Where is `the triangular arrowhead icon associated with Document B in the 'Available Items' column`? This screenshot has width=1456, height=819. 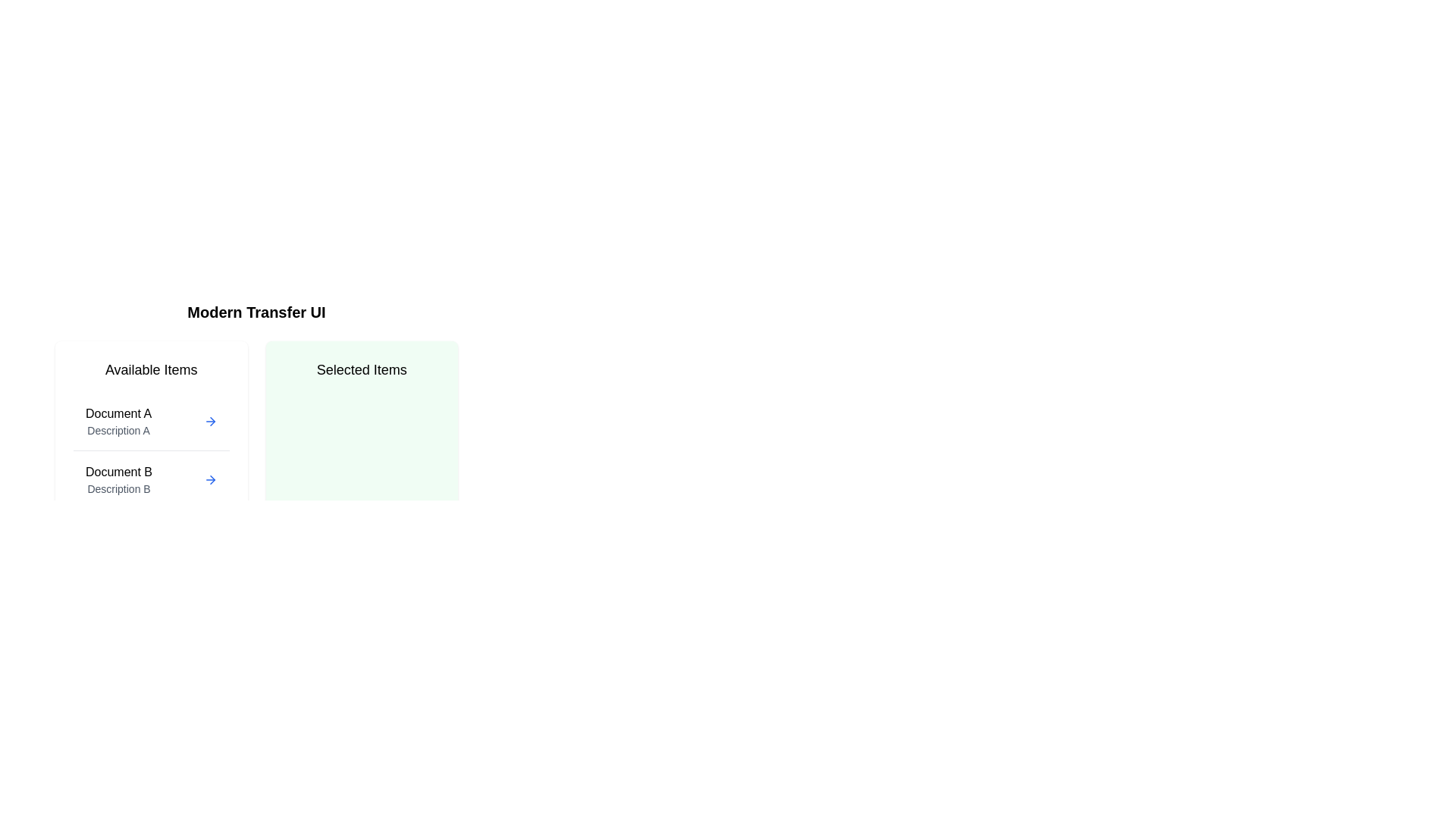
the triangular arrowhead icon associated with Document B in the 'Available Items' column is located at coordinates (212, 421).